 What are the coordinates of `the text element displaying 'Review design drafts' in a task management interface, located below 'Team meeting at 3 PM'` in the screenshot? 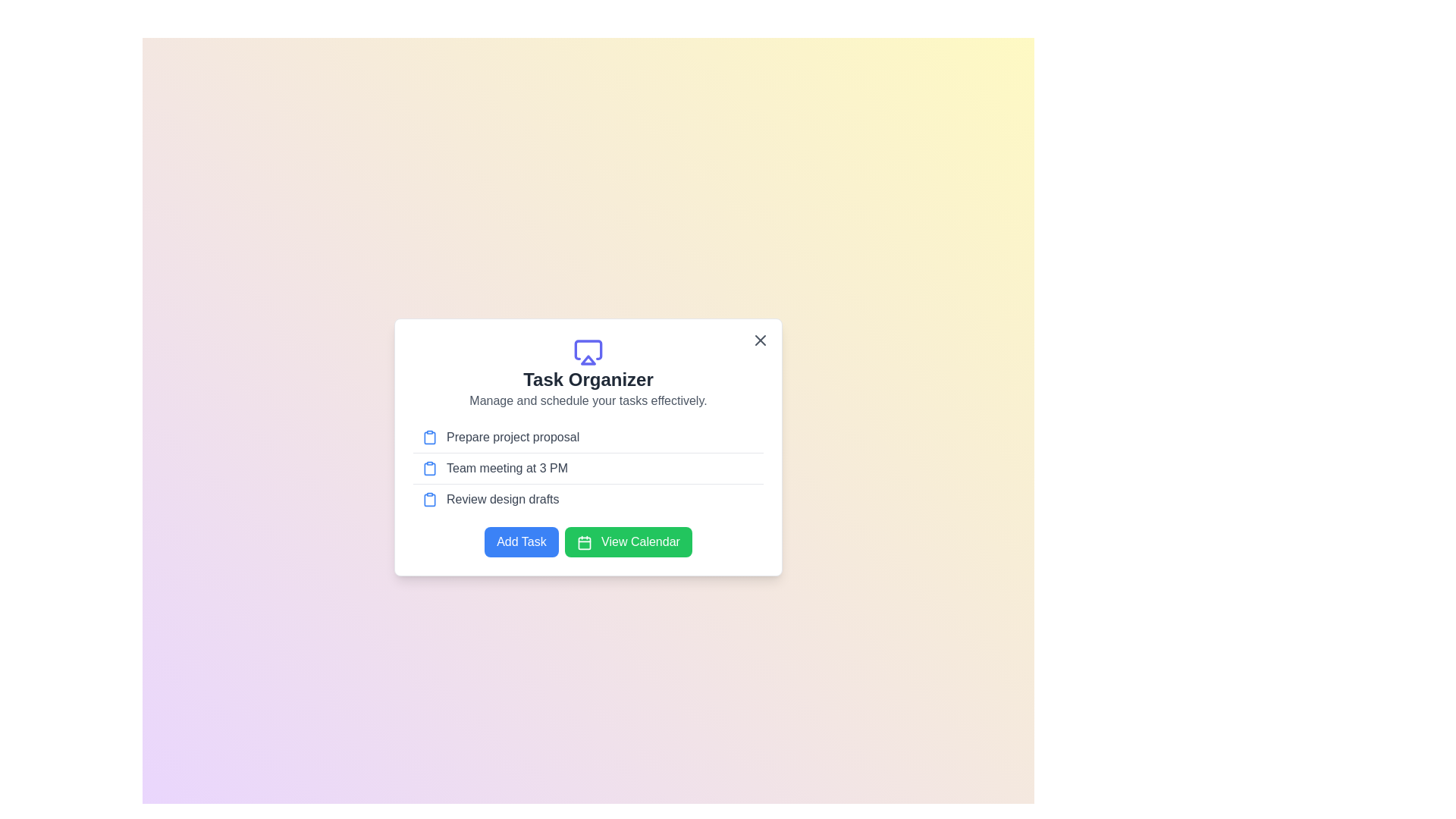 It's located at (503, 500).